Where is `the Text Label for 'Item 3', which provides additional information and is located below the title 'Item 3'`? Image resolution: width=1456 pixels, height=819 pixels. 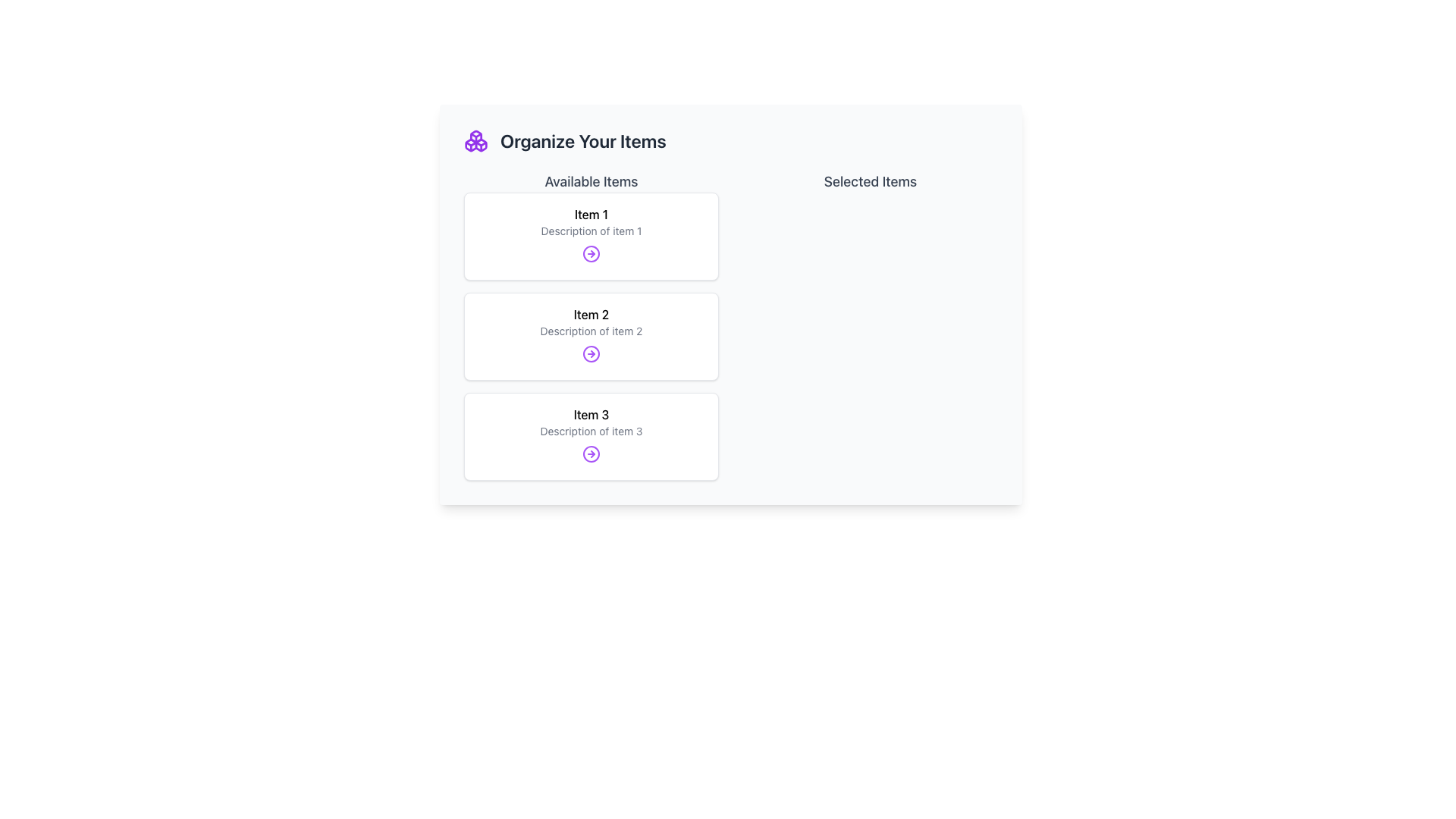 the Text Label for 'Item 3', which provides additional information and is located below the title 'Item 3' is located at coordinates (590, 431).